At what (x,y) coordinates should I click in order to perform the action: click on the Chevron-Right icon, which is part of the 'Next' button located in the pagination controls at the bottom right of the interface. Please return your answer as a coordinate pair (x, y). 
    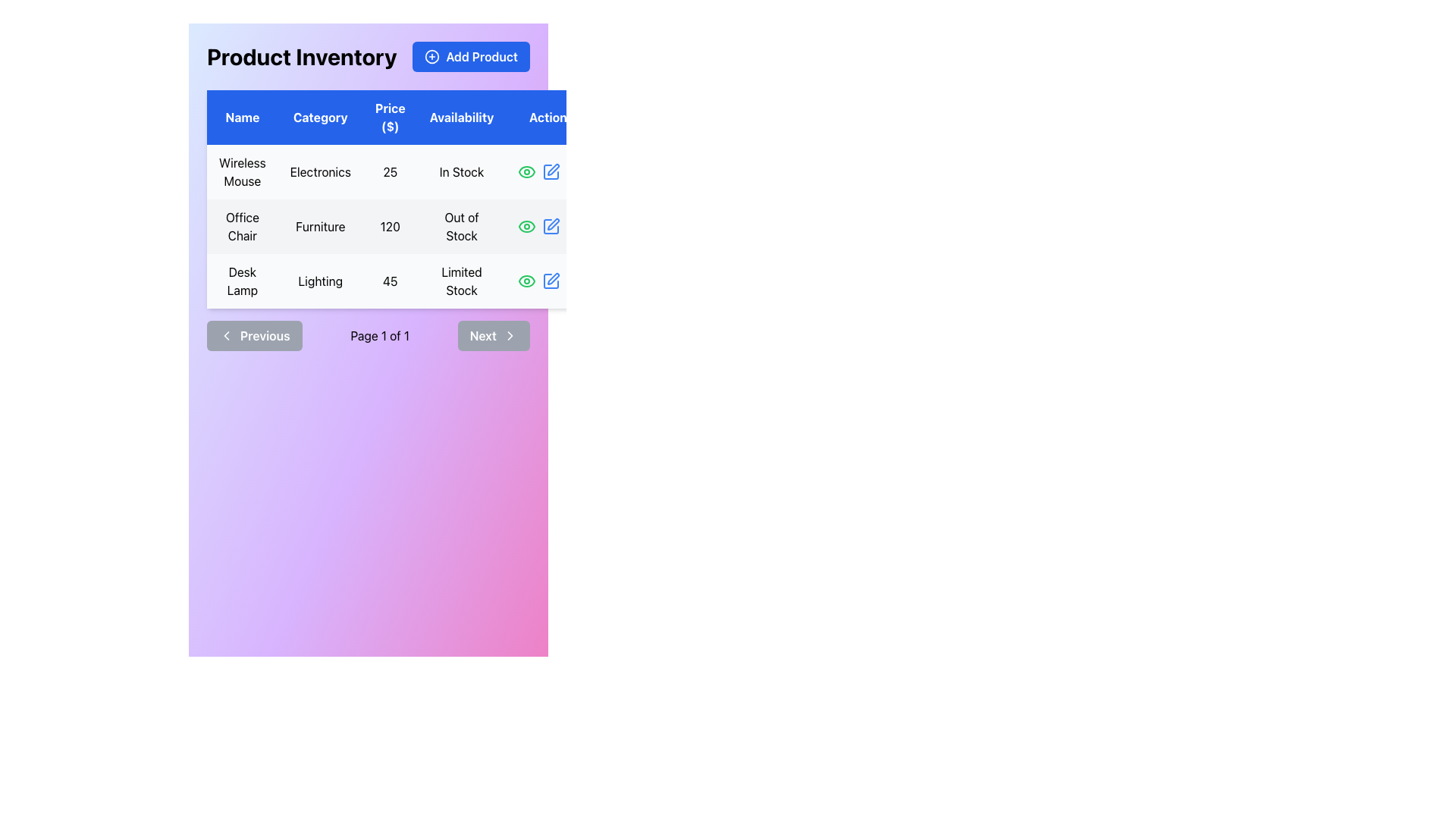
    Looking at the image, I should click on (510, 335).